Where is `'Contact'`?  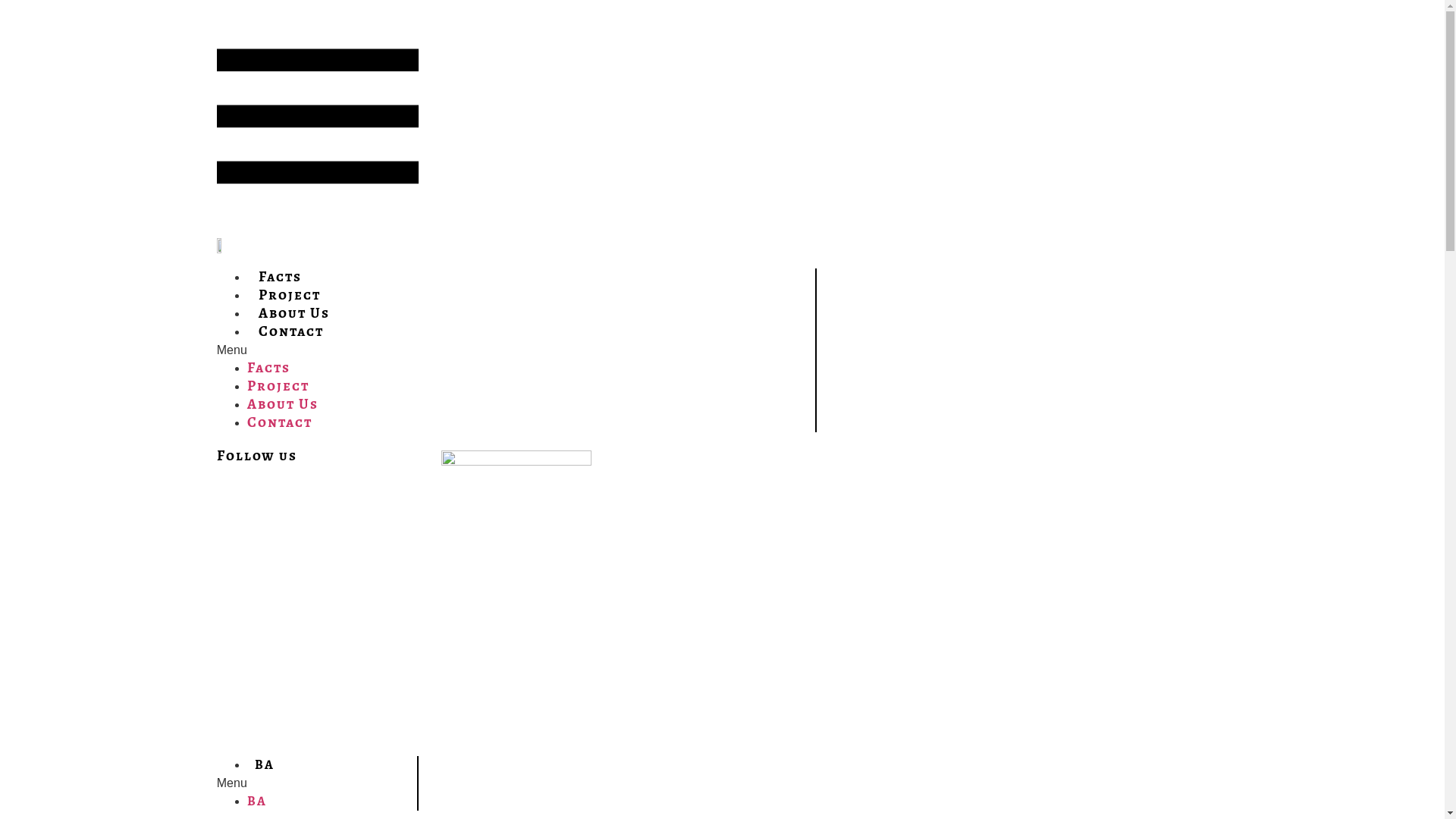
'Contact' is located at coordinates (280, 422).